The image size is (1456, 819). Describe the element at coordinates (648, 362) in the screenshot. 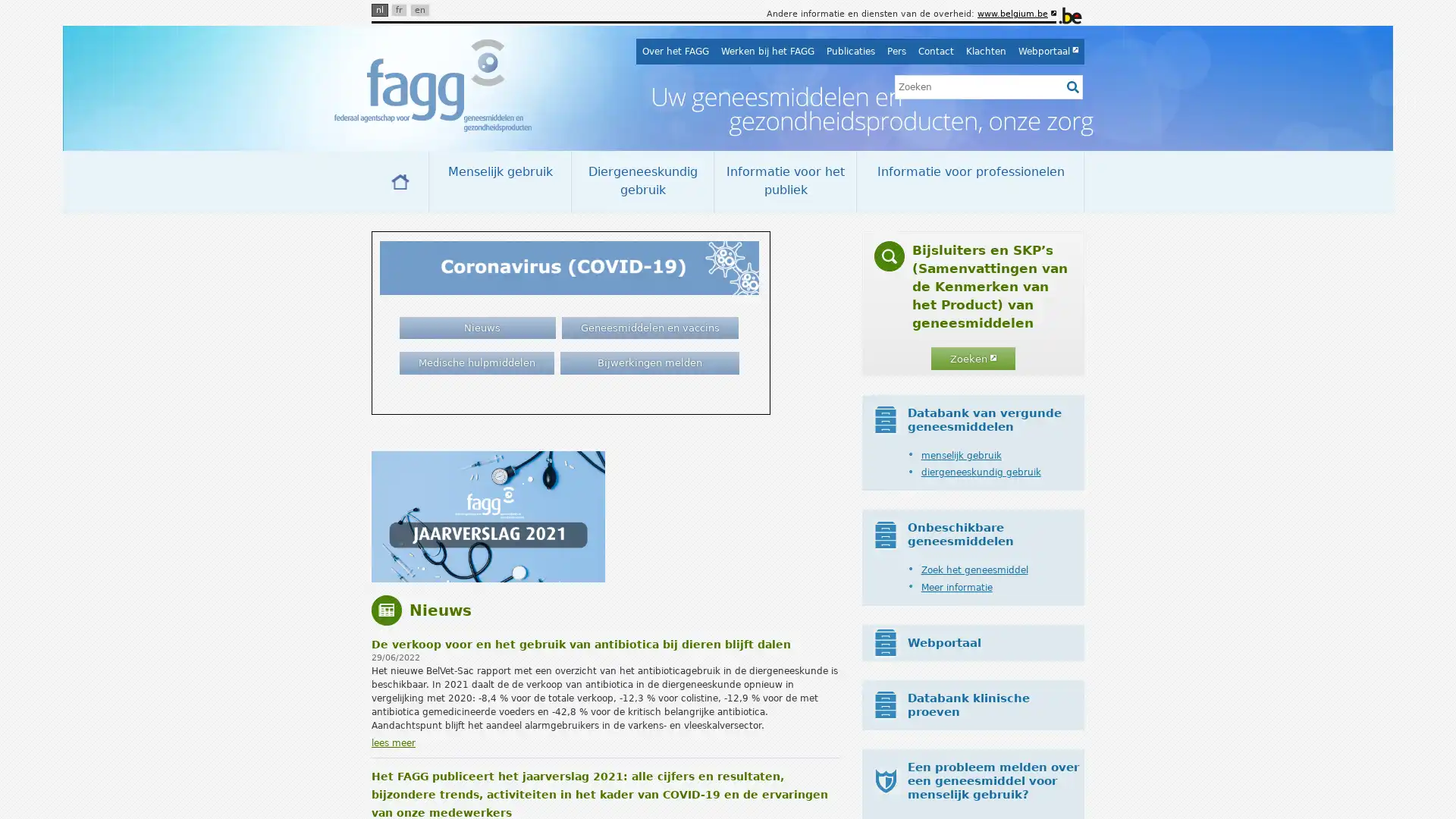

I see `Bijwerkingen melden` at that location.